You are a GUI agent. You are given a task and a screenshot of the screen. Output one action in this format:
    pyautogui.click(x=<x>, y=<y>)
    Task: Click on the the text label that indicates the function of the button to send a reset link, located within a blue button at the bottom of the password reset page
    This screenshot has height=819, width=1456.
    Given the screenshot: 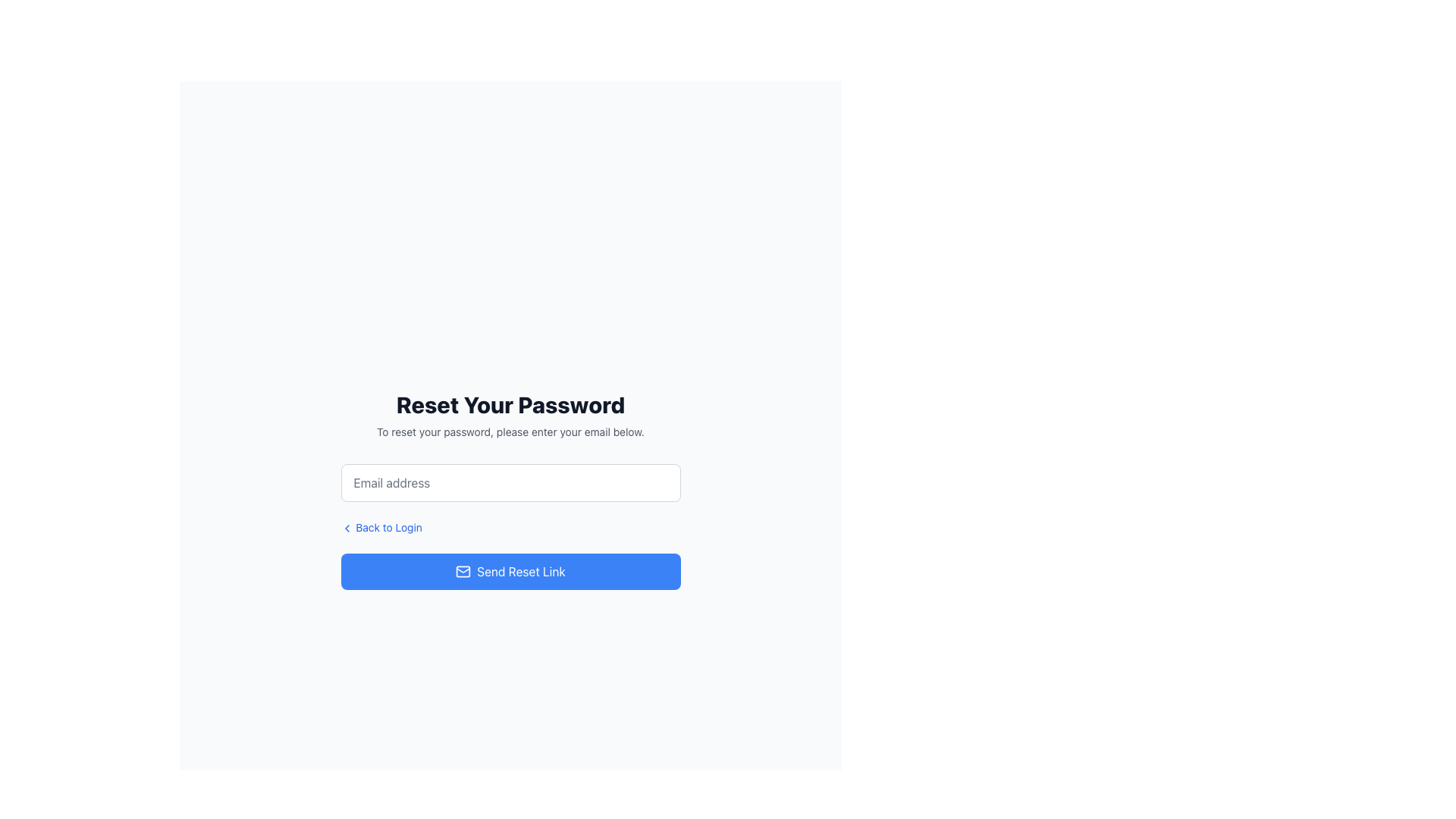 What is the action you would take?
    pyautogui.click(x=521, y=571)
    